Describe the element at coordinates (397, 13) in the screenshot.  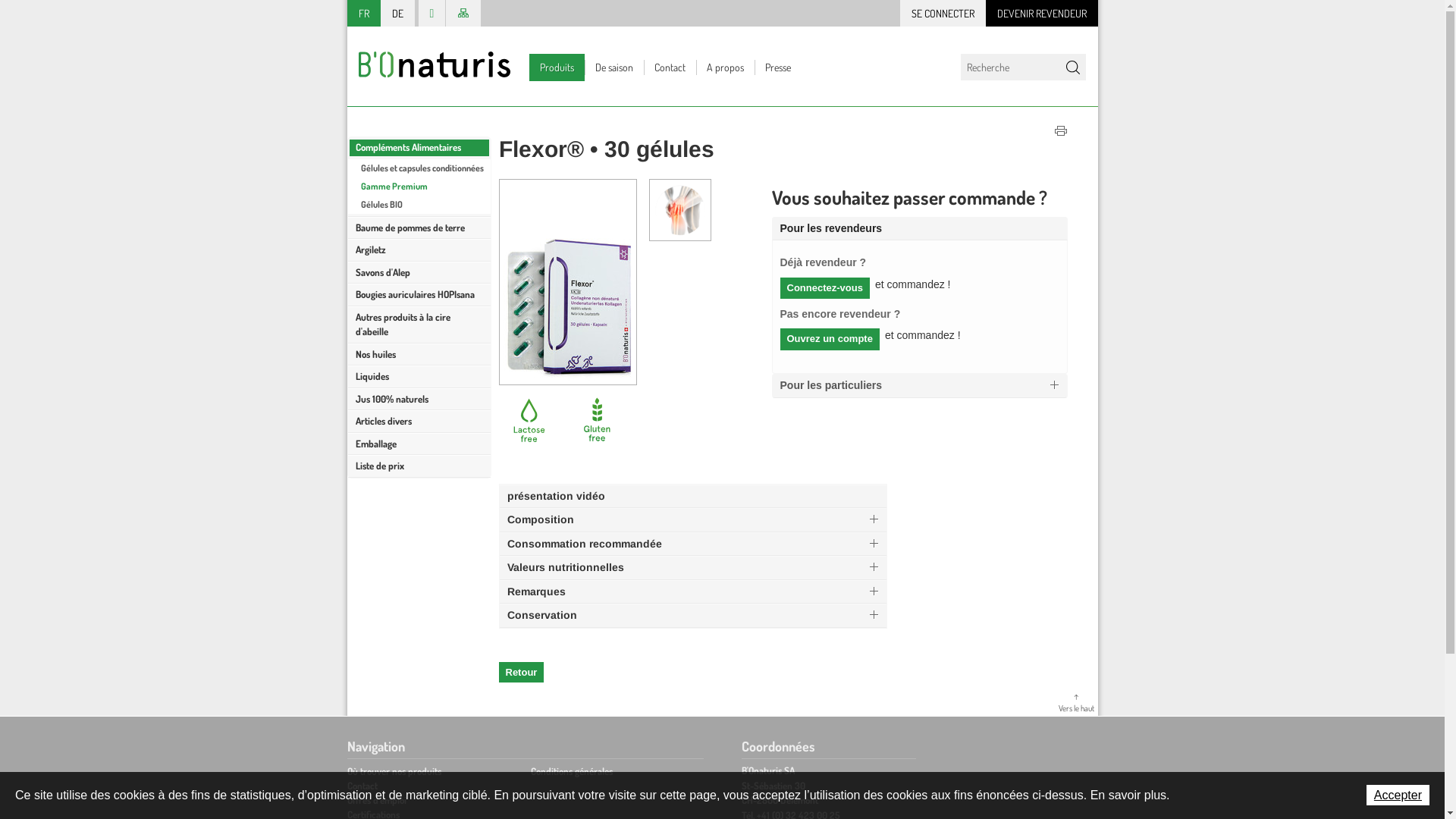
I see `'DE'` at that location.